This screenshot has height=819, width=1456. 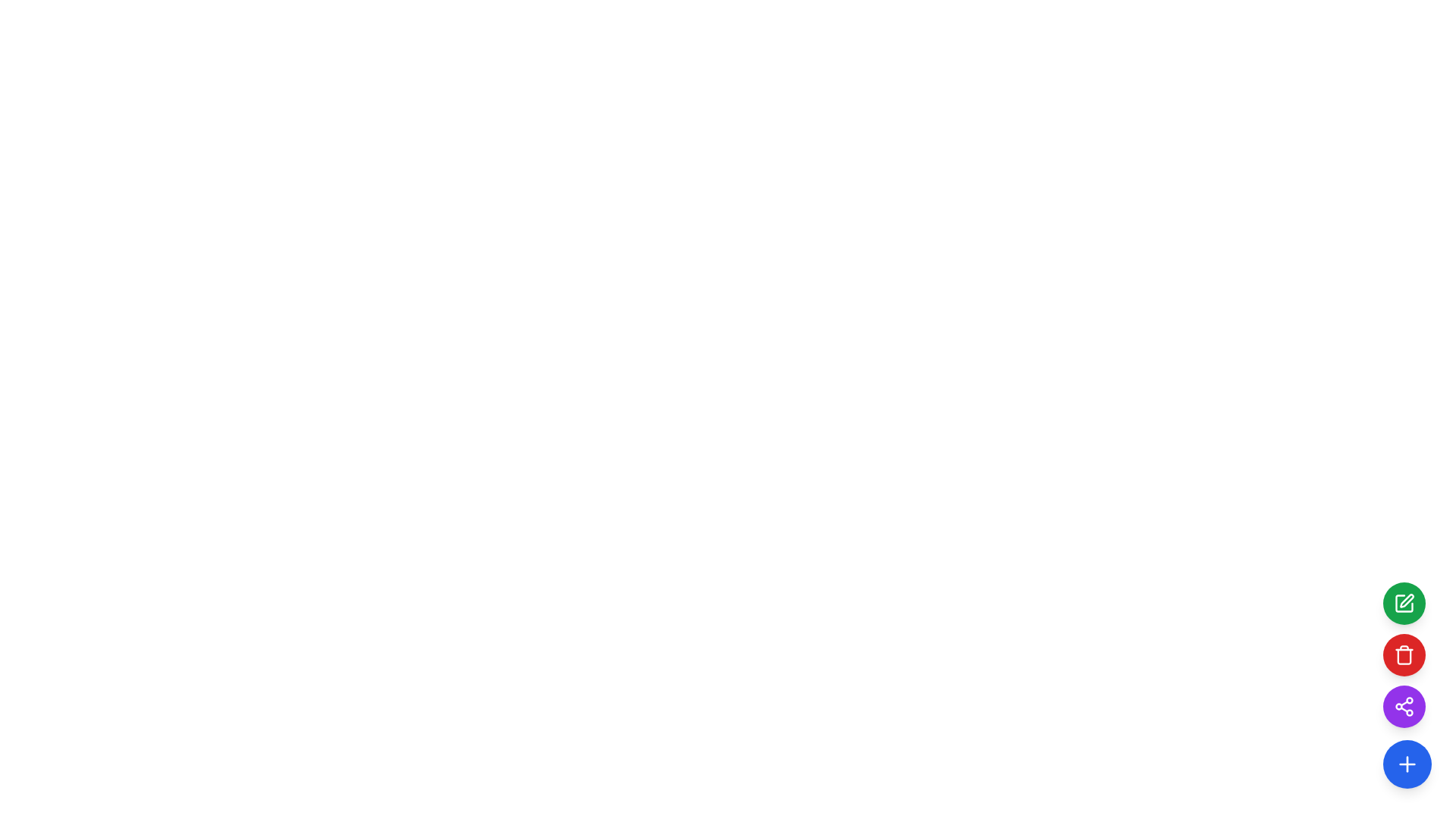 I want to click on the circular blue button with a white plus symbol (+) located at the bottom of a vertical stack of buttons in the bottom-right corner of the interface, so click(x=1407, y=764).